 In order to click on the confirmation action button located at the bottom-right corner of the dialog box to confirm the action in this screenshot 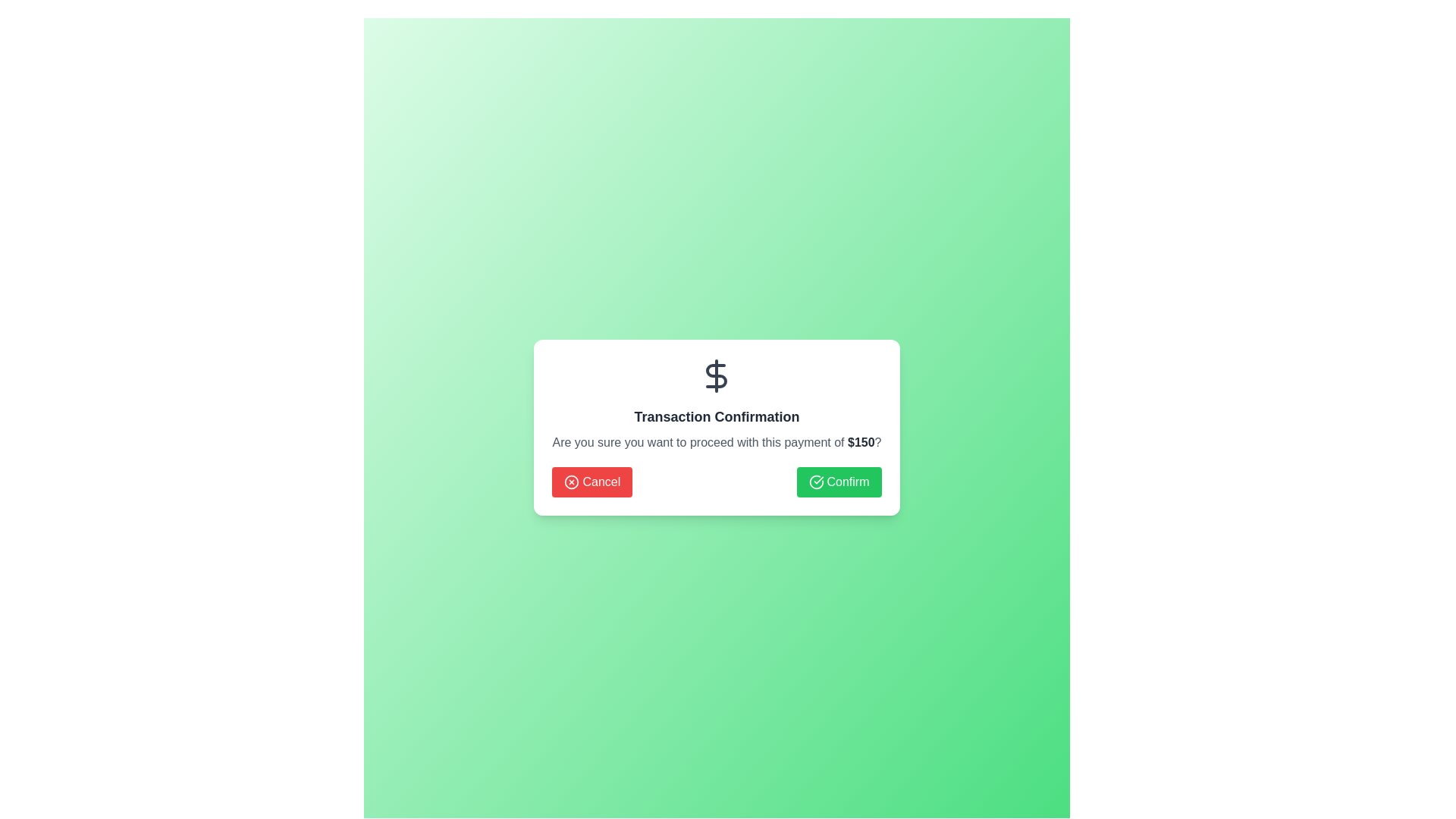, I will do `click(838, 482)`.